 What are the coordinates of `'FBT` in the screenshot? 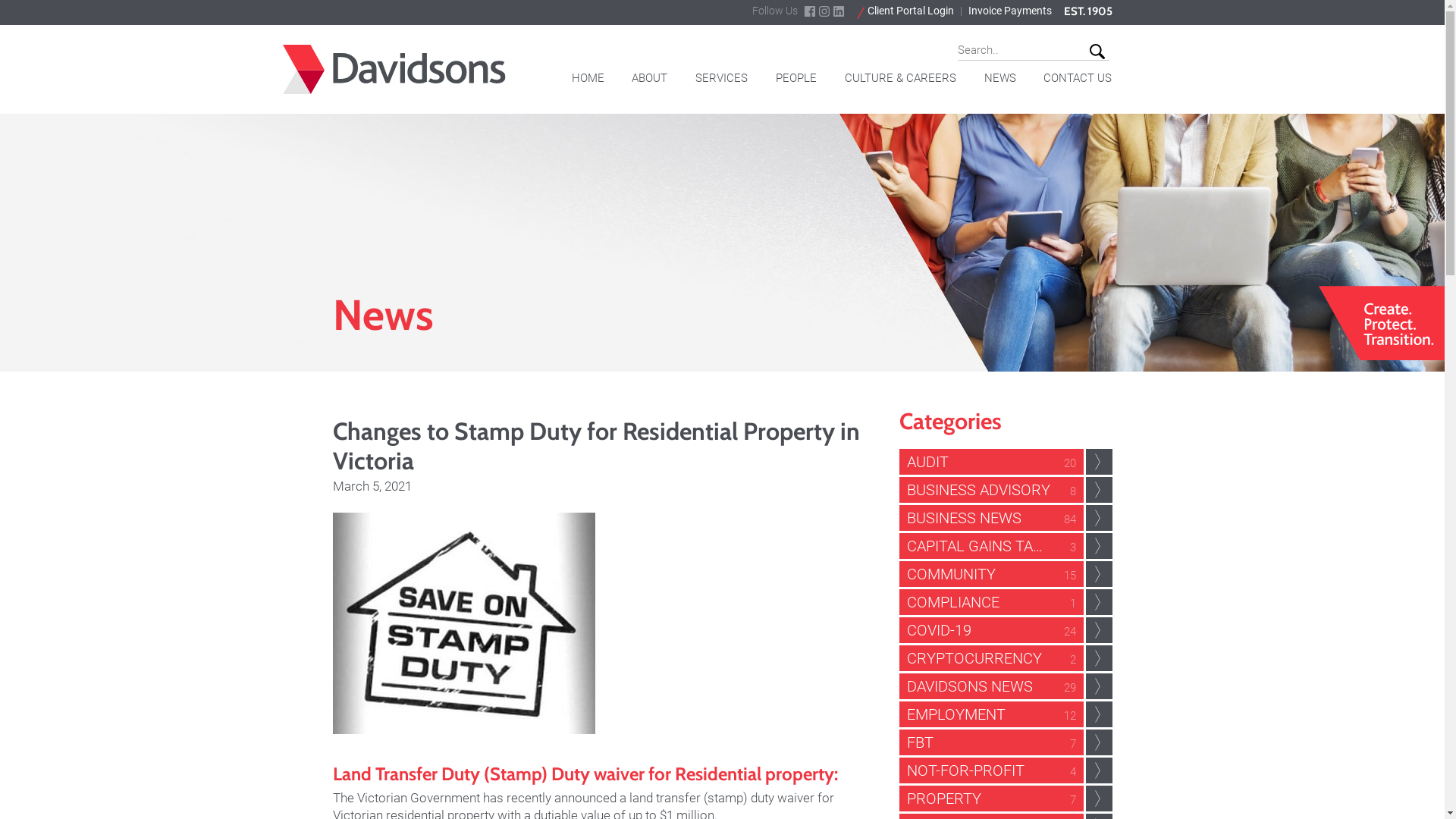 It's located at (1005, 742).